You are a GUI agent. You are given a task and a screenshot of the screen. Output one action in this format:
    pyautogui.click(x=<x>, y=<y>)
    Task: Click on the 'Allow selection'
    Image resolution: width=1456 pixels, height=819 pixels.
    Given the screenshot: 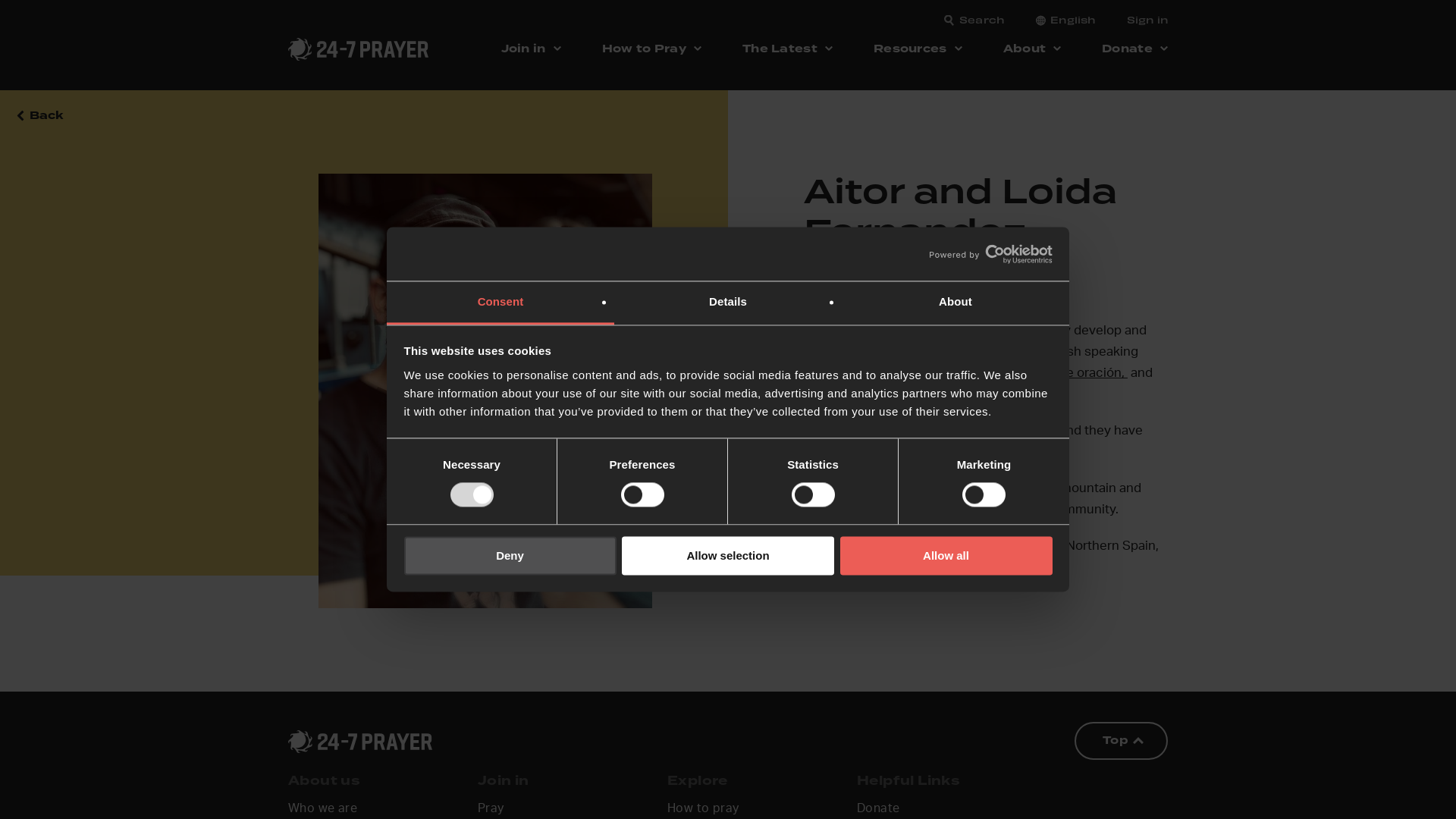 What is the action you would take?
    pyautogui.click(x=622, y=555)
    